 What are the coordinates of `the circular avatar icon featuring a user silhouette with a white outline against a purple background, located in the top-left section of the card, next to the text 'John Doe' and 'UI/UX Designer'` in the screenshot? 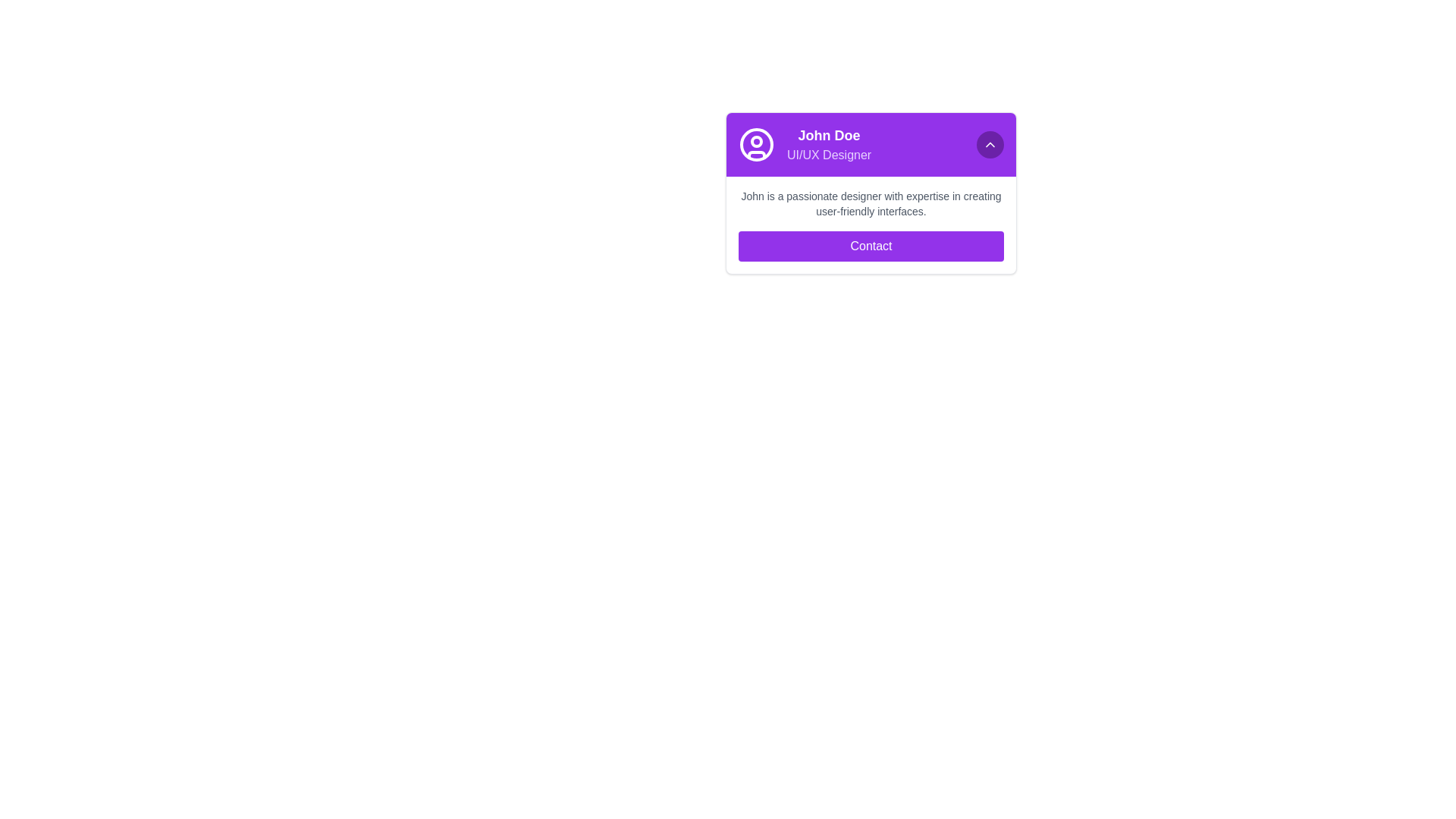 It's located at (757, 145).